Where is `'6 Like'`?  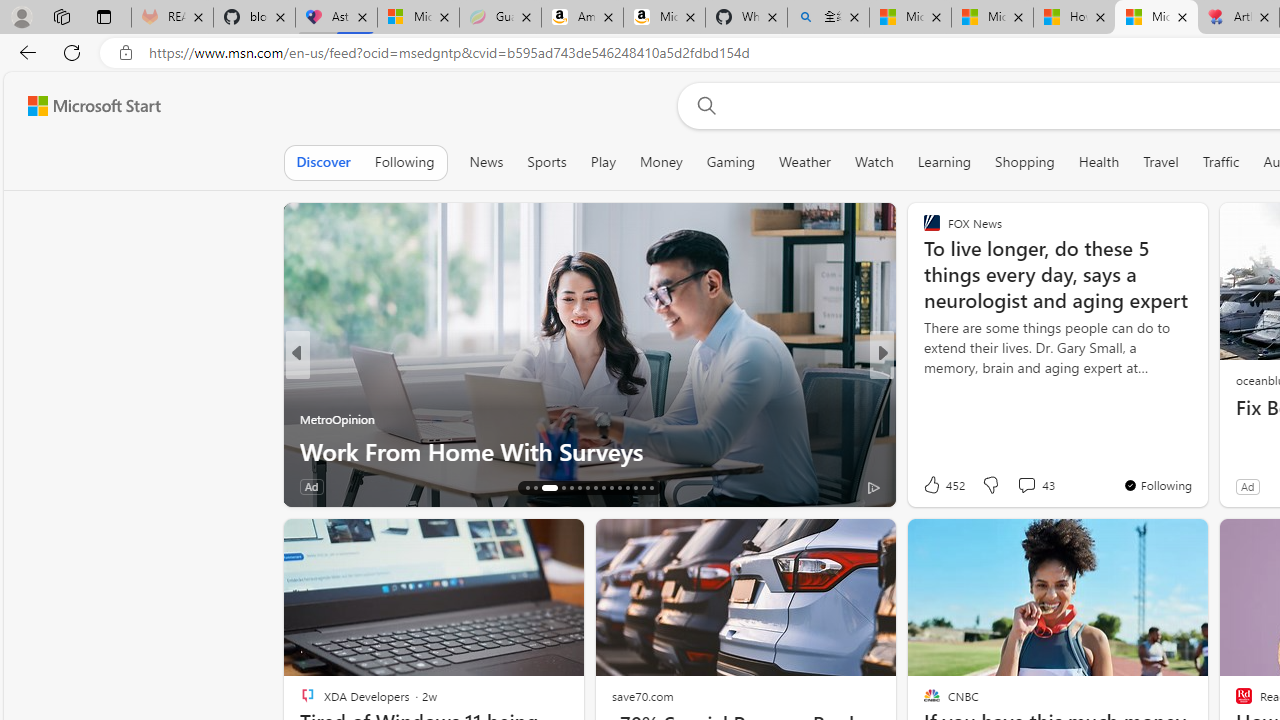
'6 Like' is located at coordinates (929, 486).